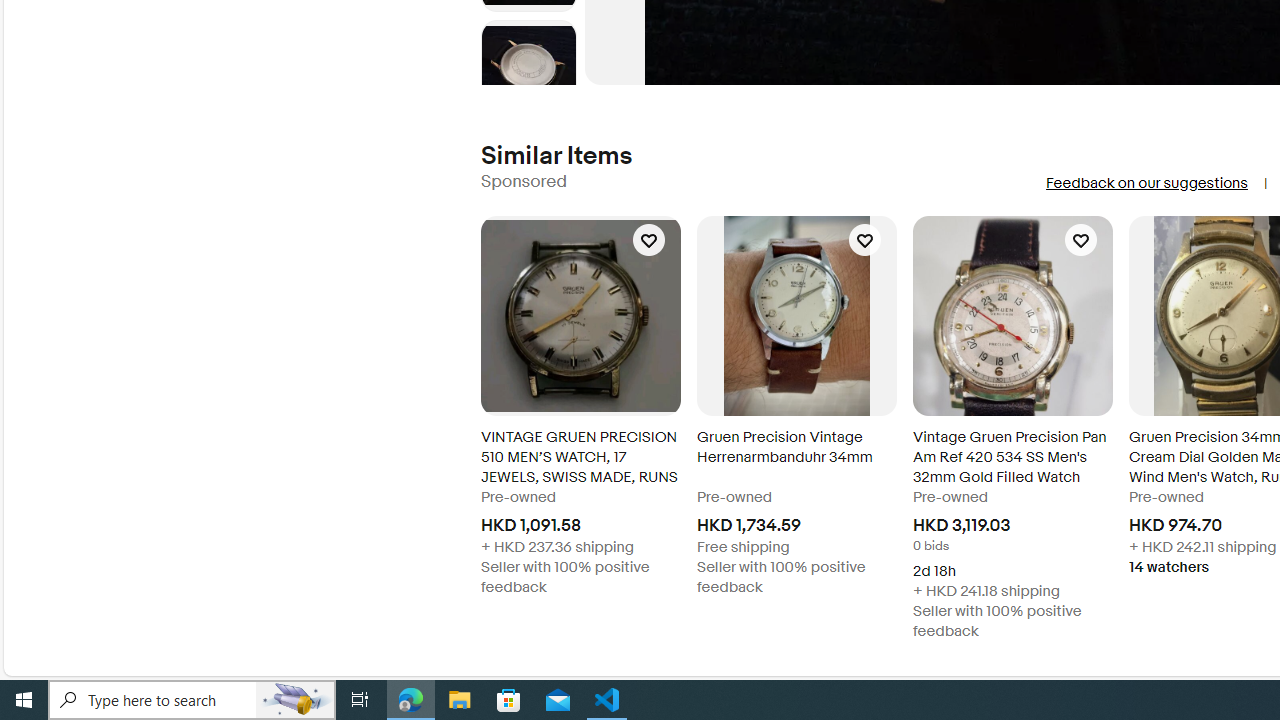 The height and width of the screenshot is (720, 1280). Describe the element at coordinates (528, 67) in the screenshot. I see `'Picture 6 of 8'` at that location.